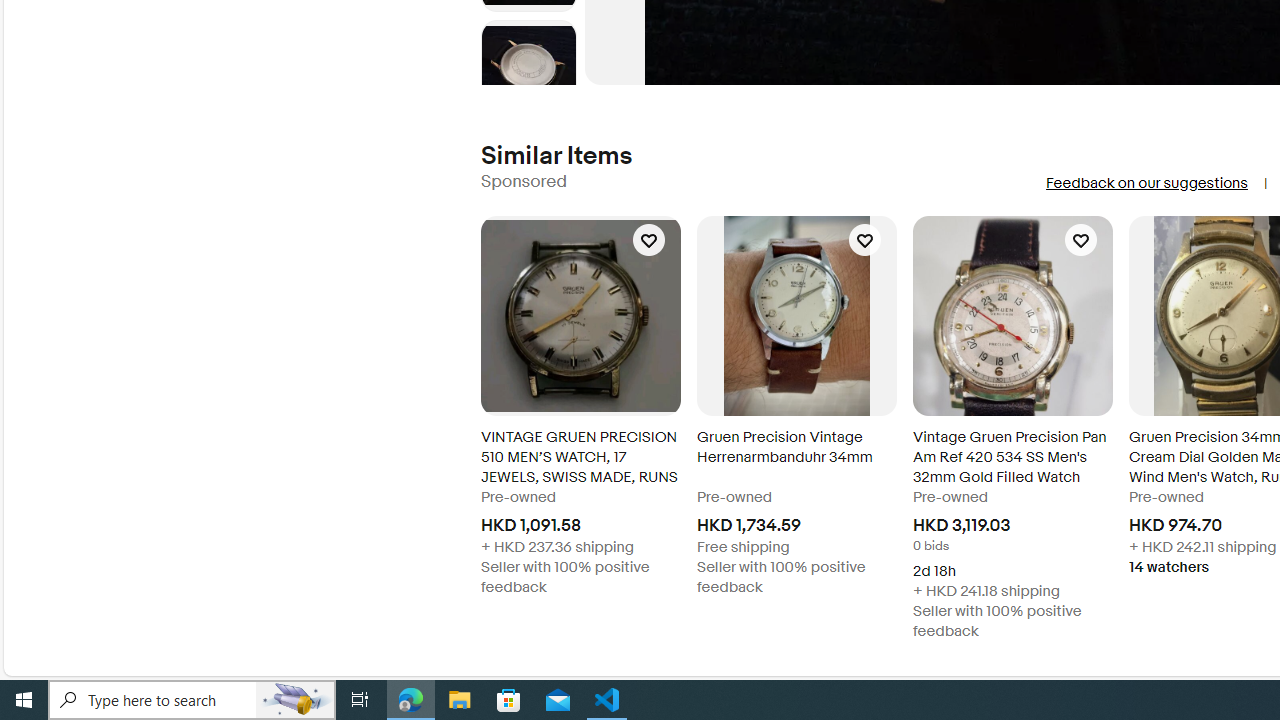 The height and width of the screenshot is (720, 1280). Describe the element at coordinates (528, 67) in the screenshot. I see `'Picture 6 of 8'` at that location.